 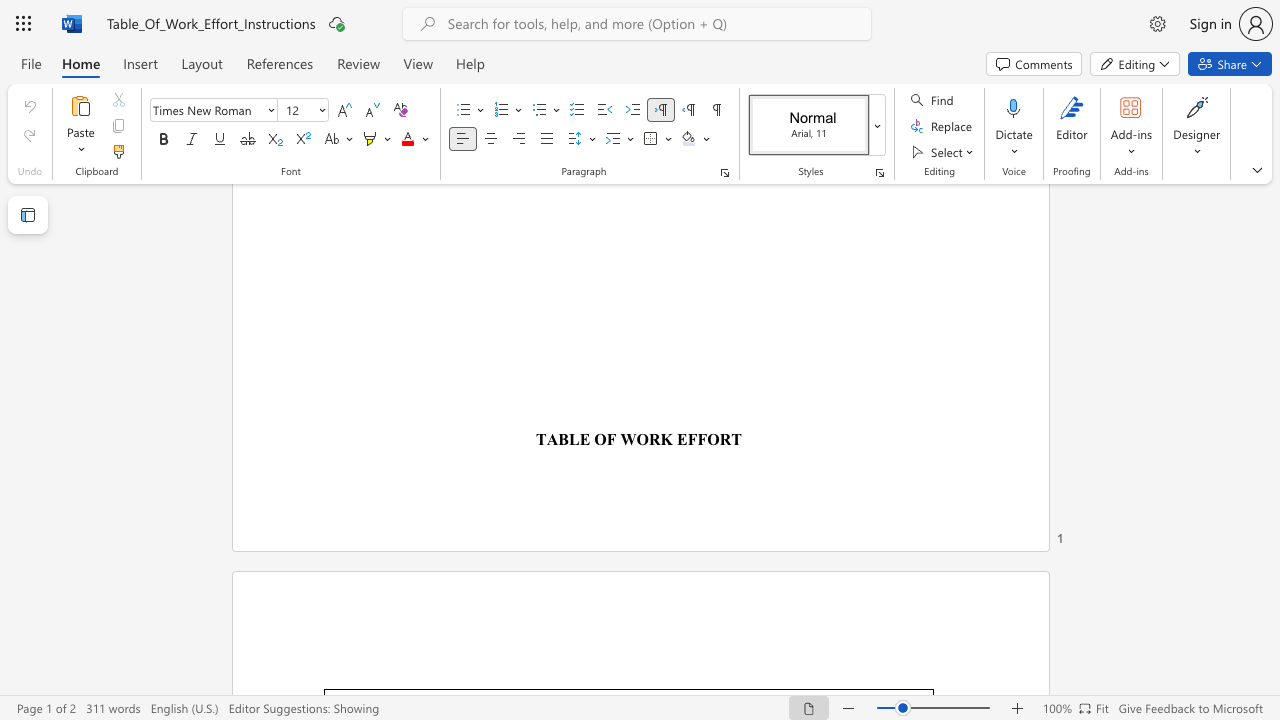 What do you see at coordinates (605, 438) in the screenshot?
I see `the space between the continuous character "O" and "F" in the text` at bounding box center [605, 438].